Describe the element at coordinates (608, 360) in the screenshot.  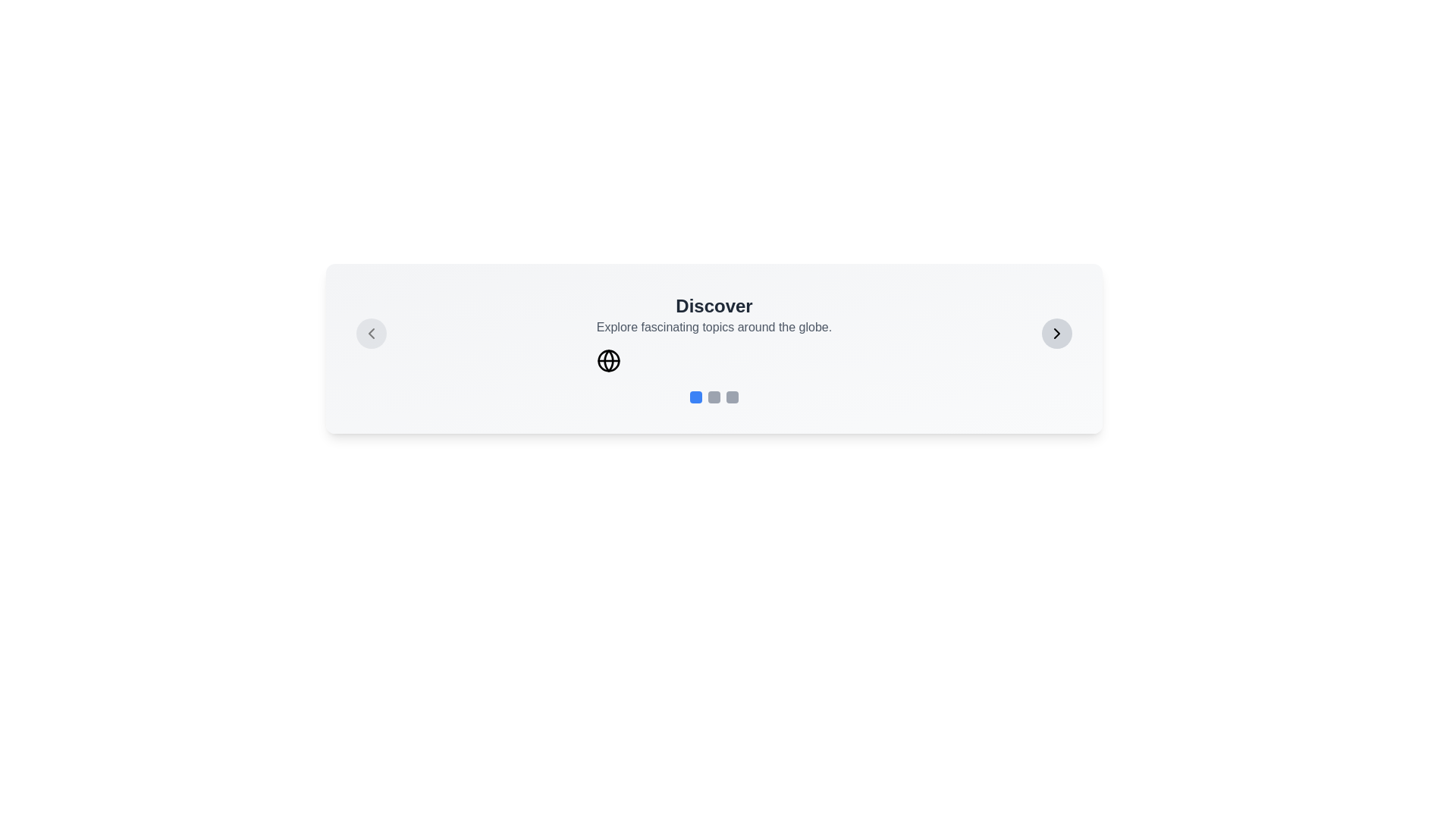
I see `the globe icon that signifies a global theme, likely indicating an action for exploring international content` at that location.